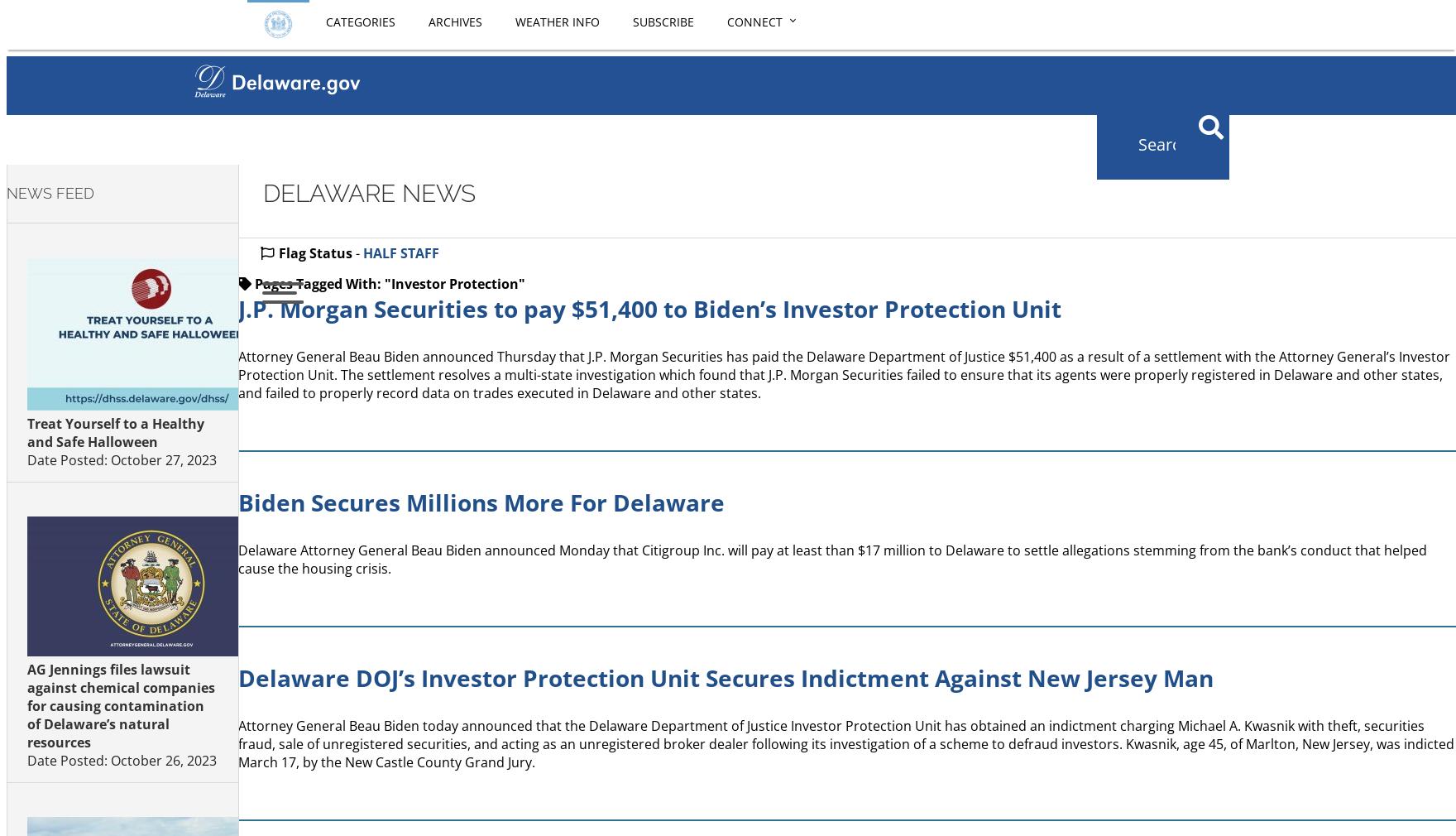  Describe the element at coordinates (26, 458) in the screenshot. I see `'Date Posted: October 27, 2023'` at that location.